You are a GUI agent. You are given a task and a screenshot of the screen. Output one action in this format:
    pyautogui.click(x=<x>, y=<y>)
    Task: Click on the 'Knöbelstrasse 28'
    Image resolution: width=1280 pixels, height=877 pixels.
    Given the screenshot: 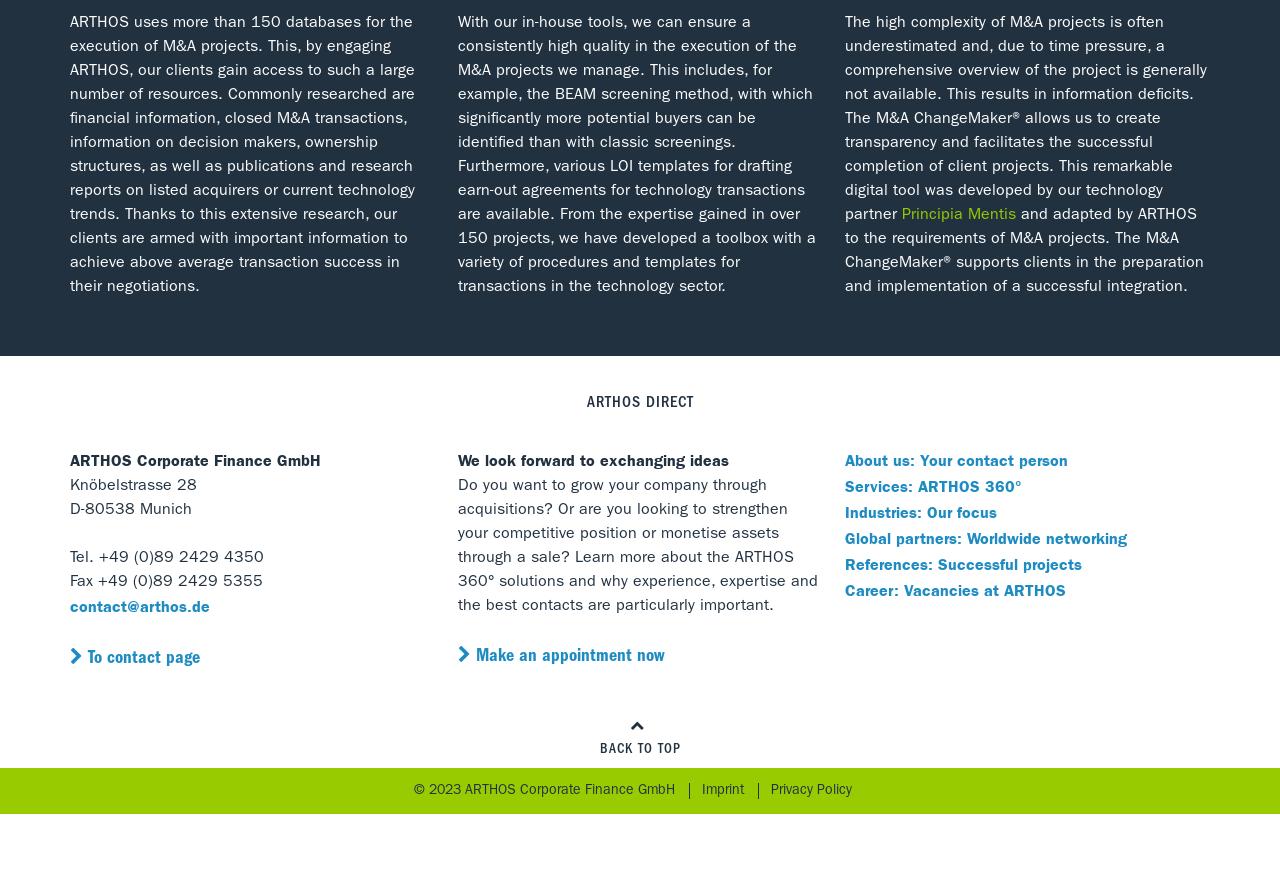 What is the action you would take?
    pyautogui.click(x=132, y=486)
    